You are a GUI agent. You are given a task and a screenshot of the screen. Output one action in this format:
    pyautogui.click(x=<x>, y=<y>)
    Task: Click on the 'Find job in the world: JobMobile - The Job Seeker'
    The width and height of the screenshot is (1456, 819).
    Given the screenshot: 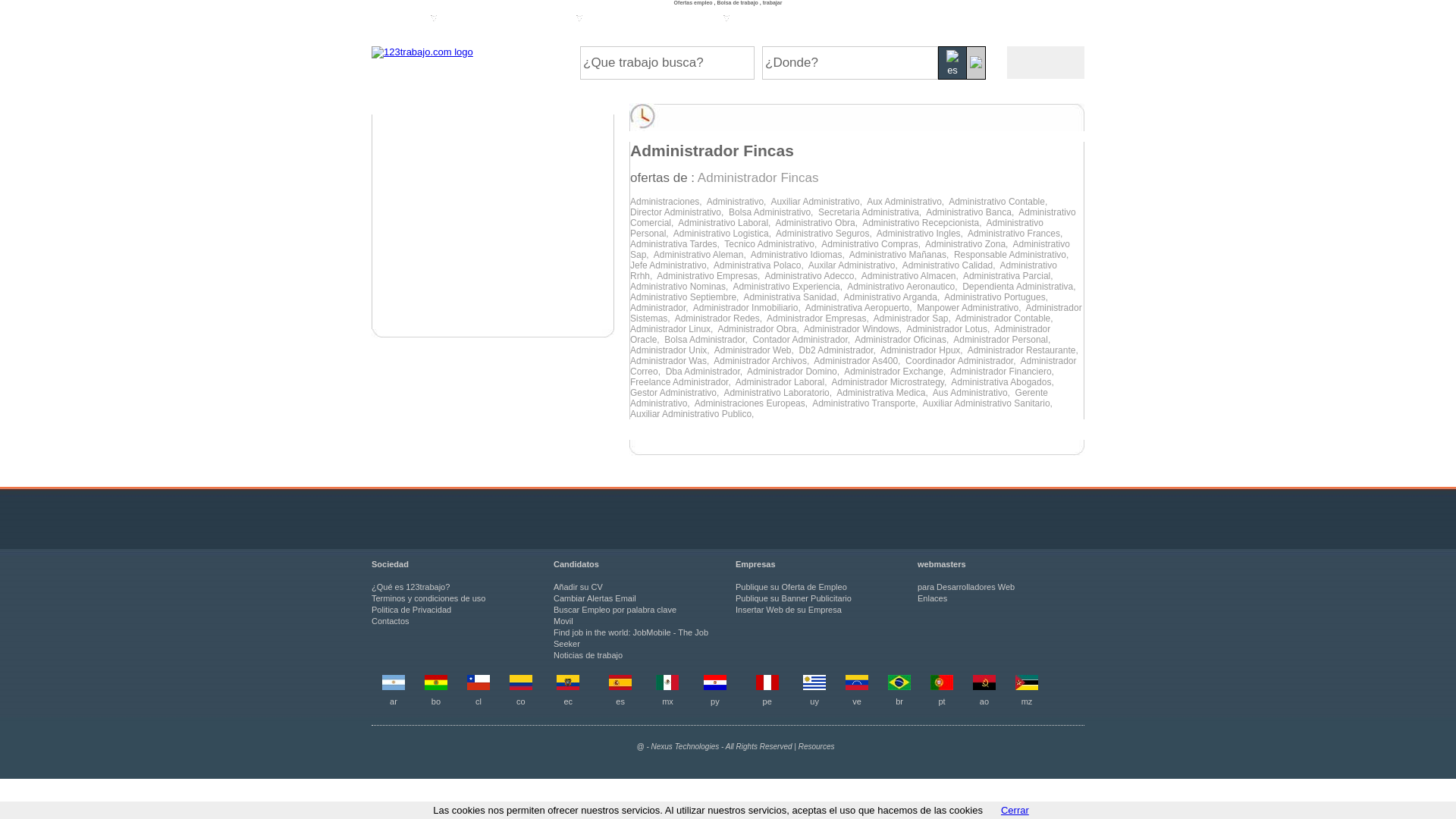 What is the action you would take?
    pyautogui.click(x=630, y=638)
    